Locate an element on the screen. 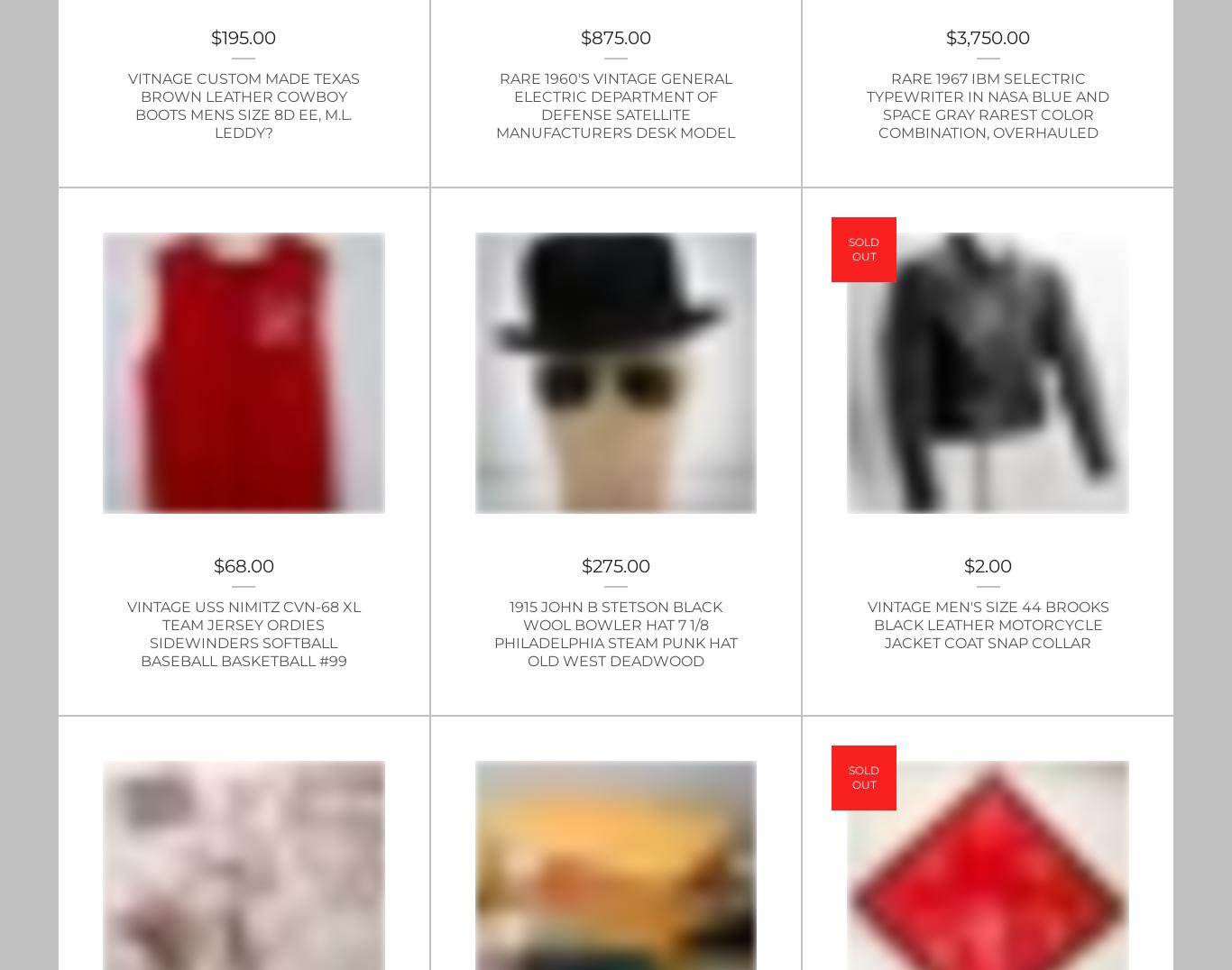 This screenshot has height=970, width=1232. 'Vintage Men's size 44 Brooks Black Leather Motorcycle Jacket Coat Snap Collar' is located at coordinates (986, 625).